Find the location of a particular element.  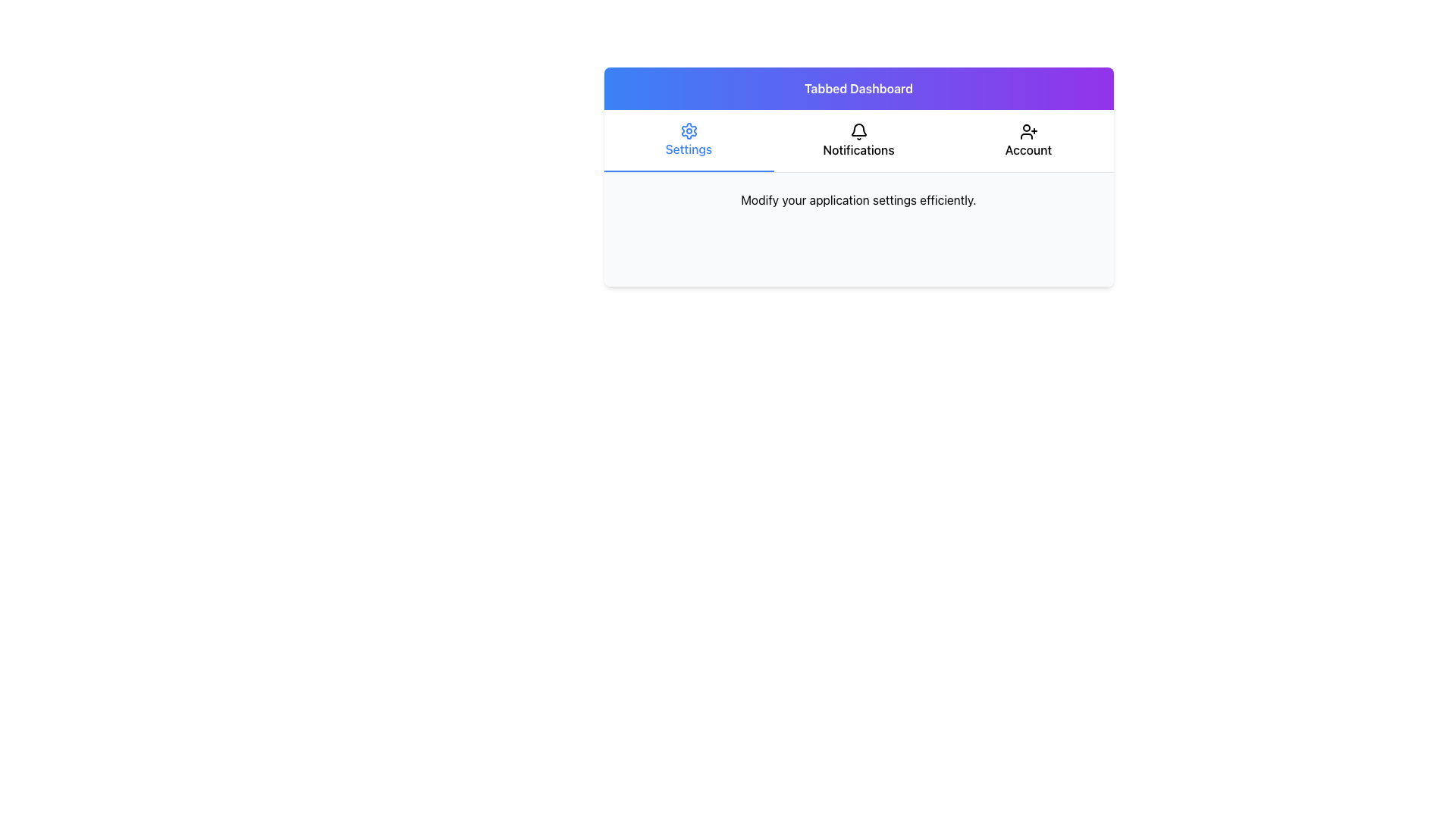

the Text Label indicating 'Tabbed Dashboard', which is centered in the gradient-colored header above the tabs is located at coordinates (858, 88).